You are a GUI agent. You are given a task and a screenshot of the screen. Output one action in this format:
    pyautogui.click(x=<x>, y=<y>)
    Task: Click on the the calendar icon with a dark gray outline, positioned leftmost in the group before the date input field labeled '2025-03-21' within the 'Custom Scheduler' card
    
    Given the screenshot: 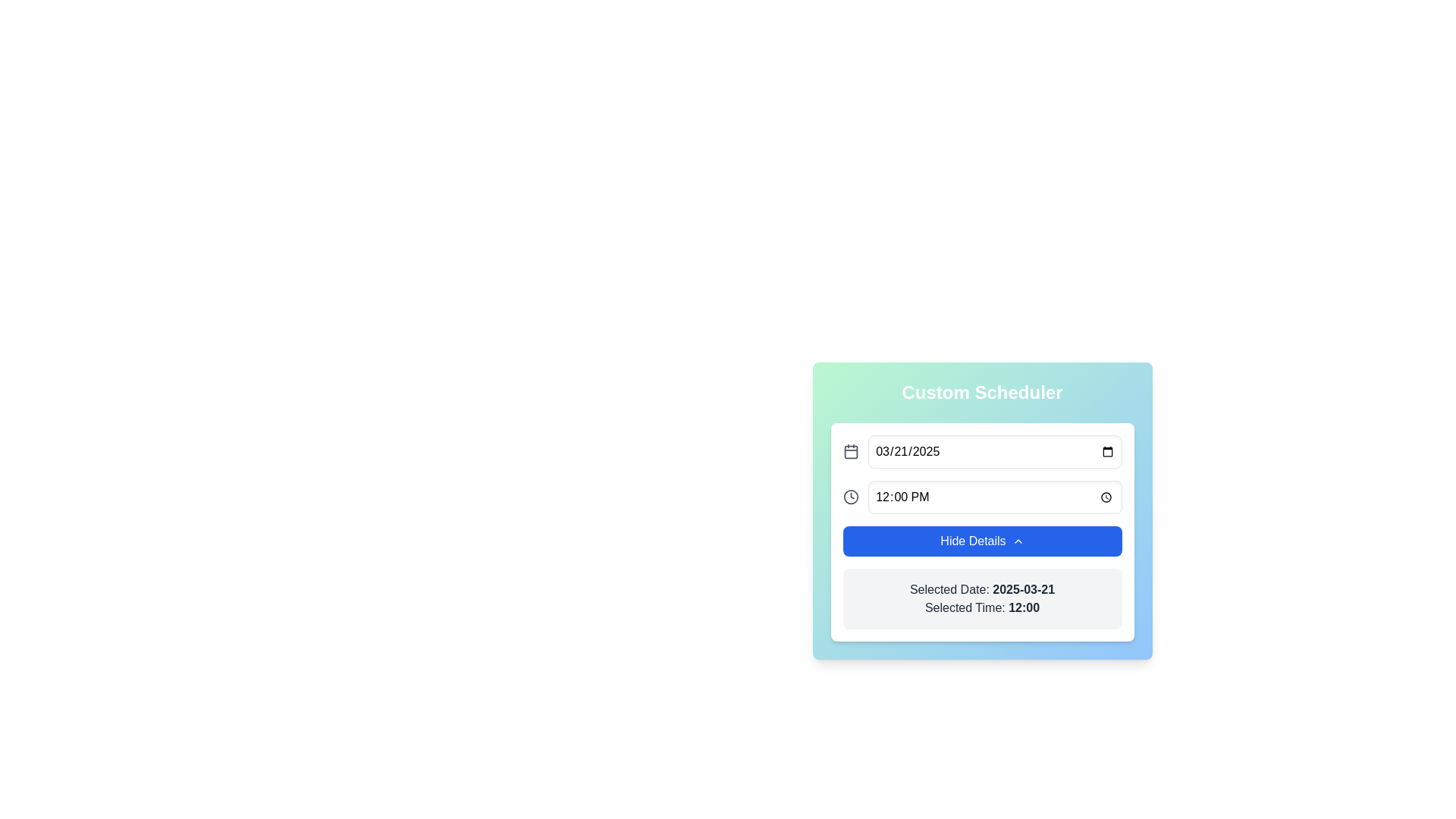 What is the action you would take?
    pyautogui.click(x=851, y=451)
    